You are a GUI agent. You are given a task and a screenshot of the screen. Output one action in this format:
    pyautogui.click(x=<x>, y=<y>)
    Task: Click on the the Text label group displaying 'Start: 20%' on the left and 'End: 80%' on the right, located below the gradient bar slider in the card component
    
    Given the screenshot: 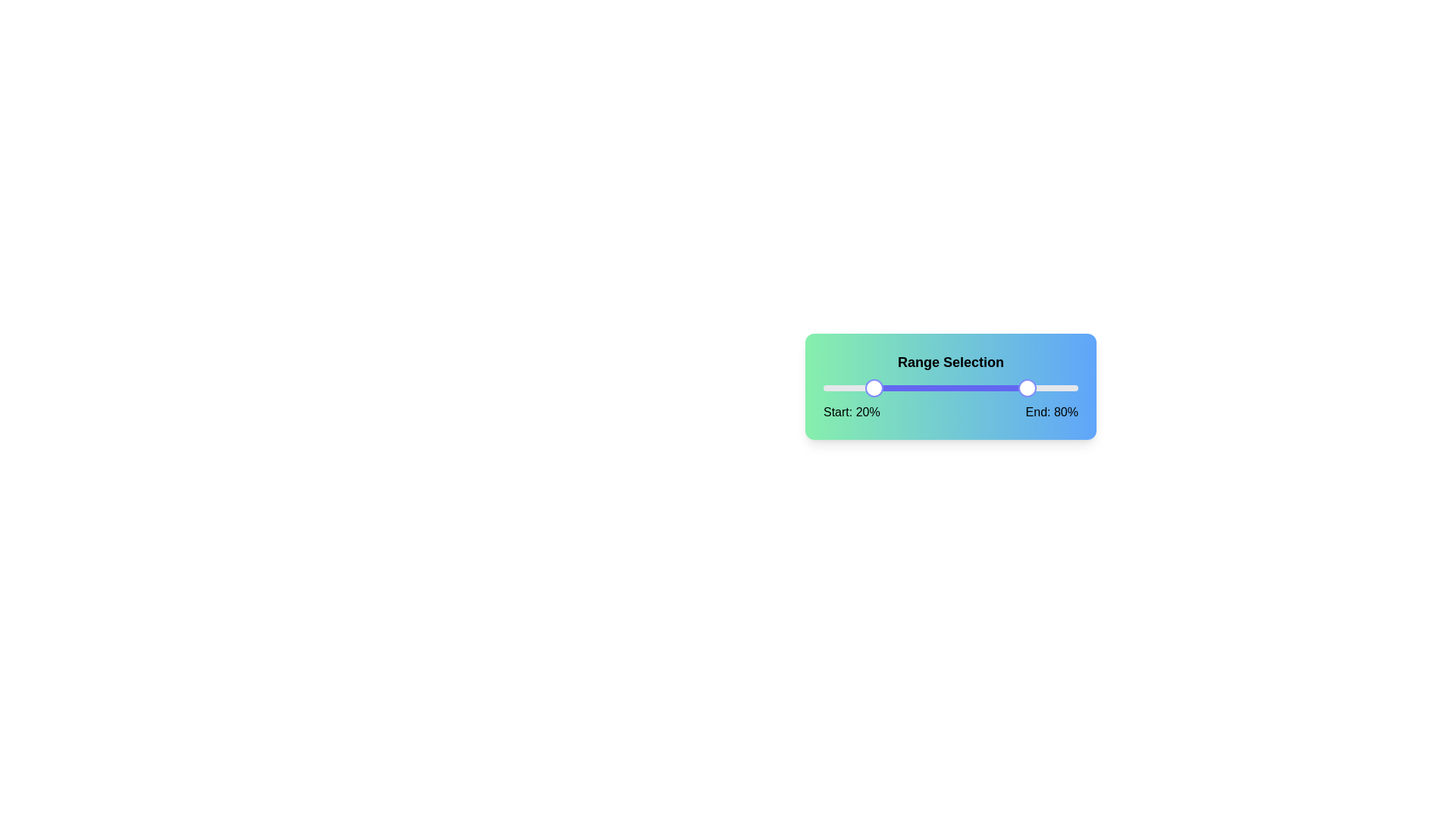 What is the action you would take?
    pyautogui.click(x=949, y=412)
    